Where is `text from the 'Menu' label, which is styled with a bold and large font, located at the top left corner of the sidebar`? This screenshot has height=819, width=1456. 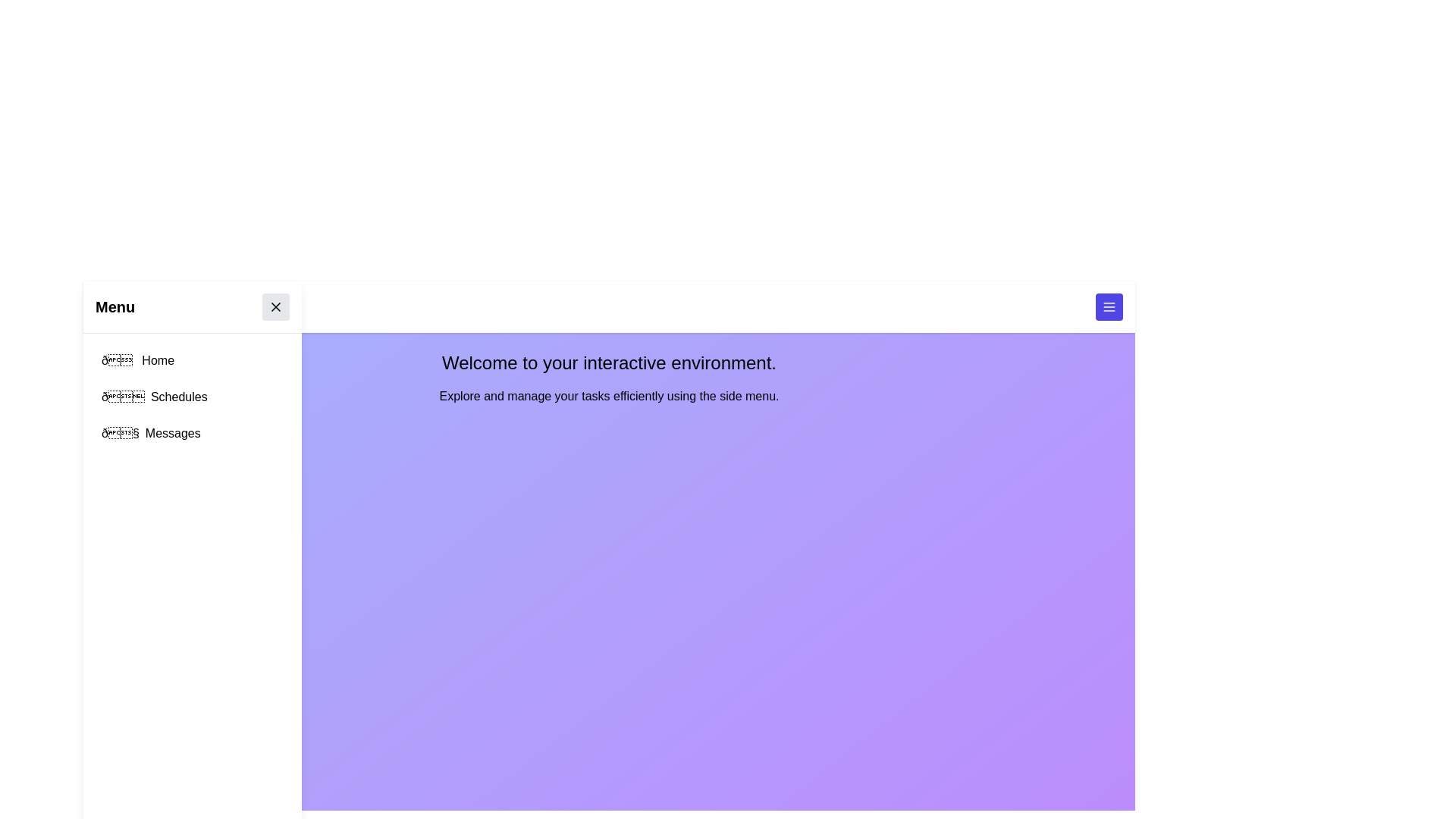
text from the 'Menu' label, which is styled with a bold and large font, located at the top left corner of the sidebar is located at coordinates (115, 307).